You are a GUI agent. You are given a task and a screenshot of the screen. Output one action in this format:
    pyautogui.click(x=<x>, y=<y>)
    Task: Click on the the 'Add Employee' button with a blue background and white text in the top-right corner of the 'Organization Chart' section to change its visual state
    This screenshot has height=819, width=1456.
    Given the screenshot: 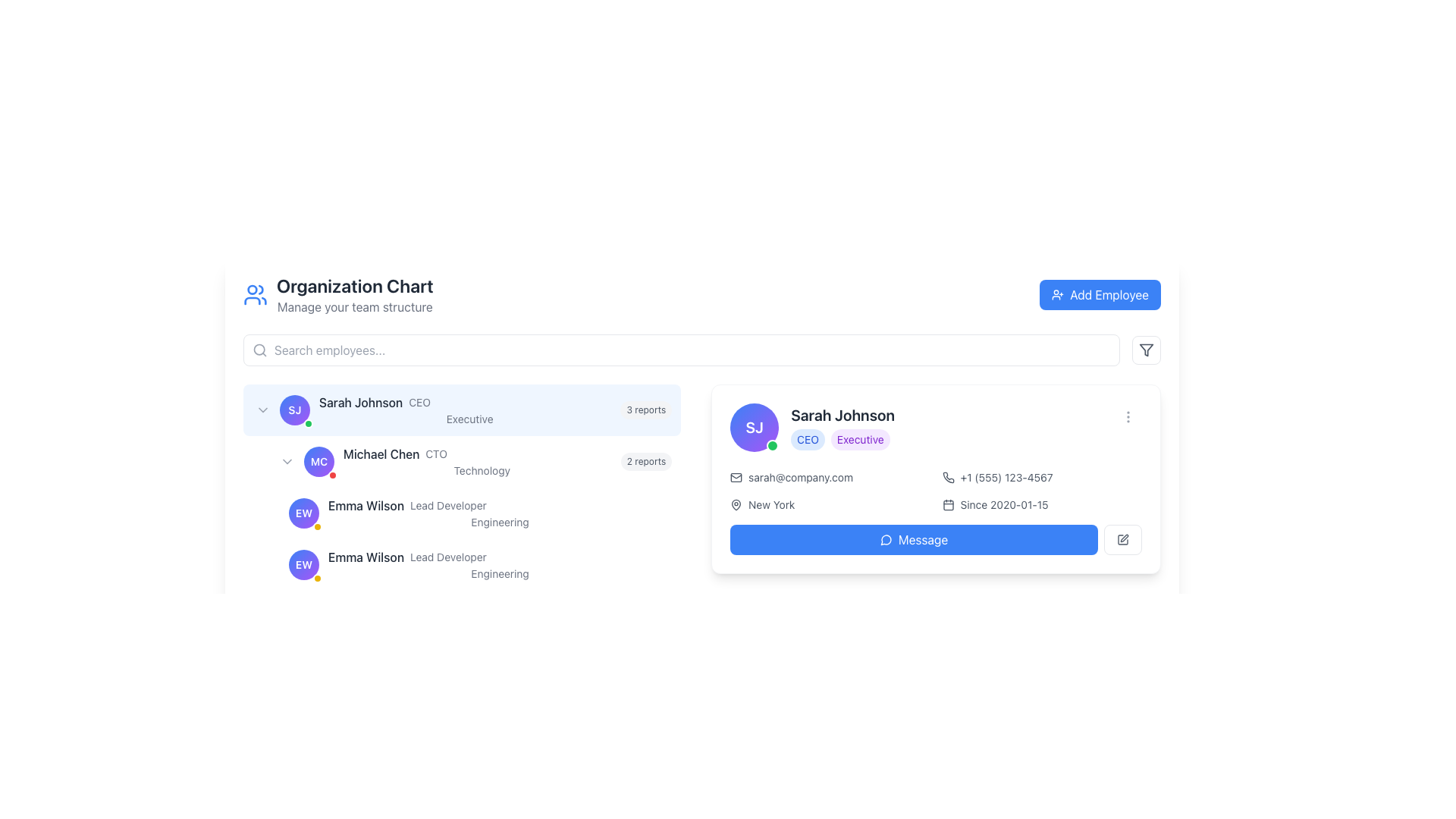 What is the action you would take?
    pyautogui.click(x=1100, y=295)
    